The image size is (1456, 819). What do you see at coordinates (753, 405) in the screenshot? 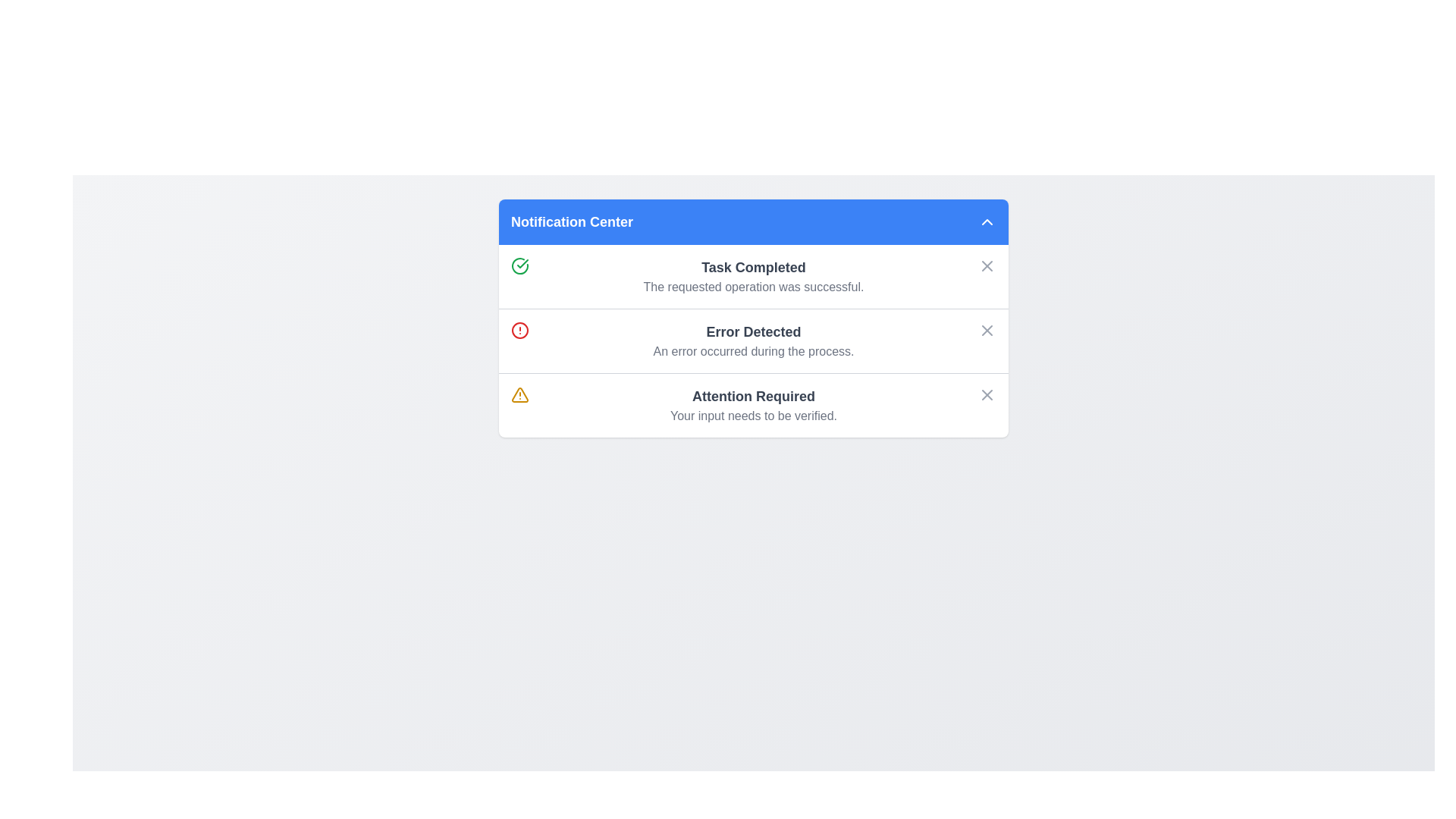
I see `the text display panel that shows 'Attention Required' and 'Your input needs to be verified.'` at bounding box center [753, 405].